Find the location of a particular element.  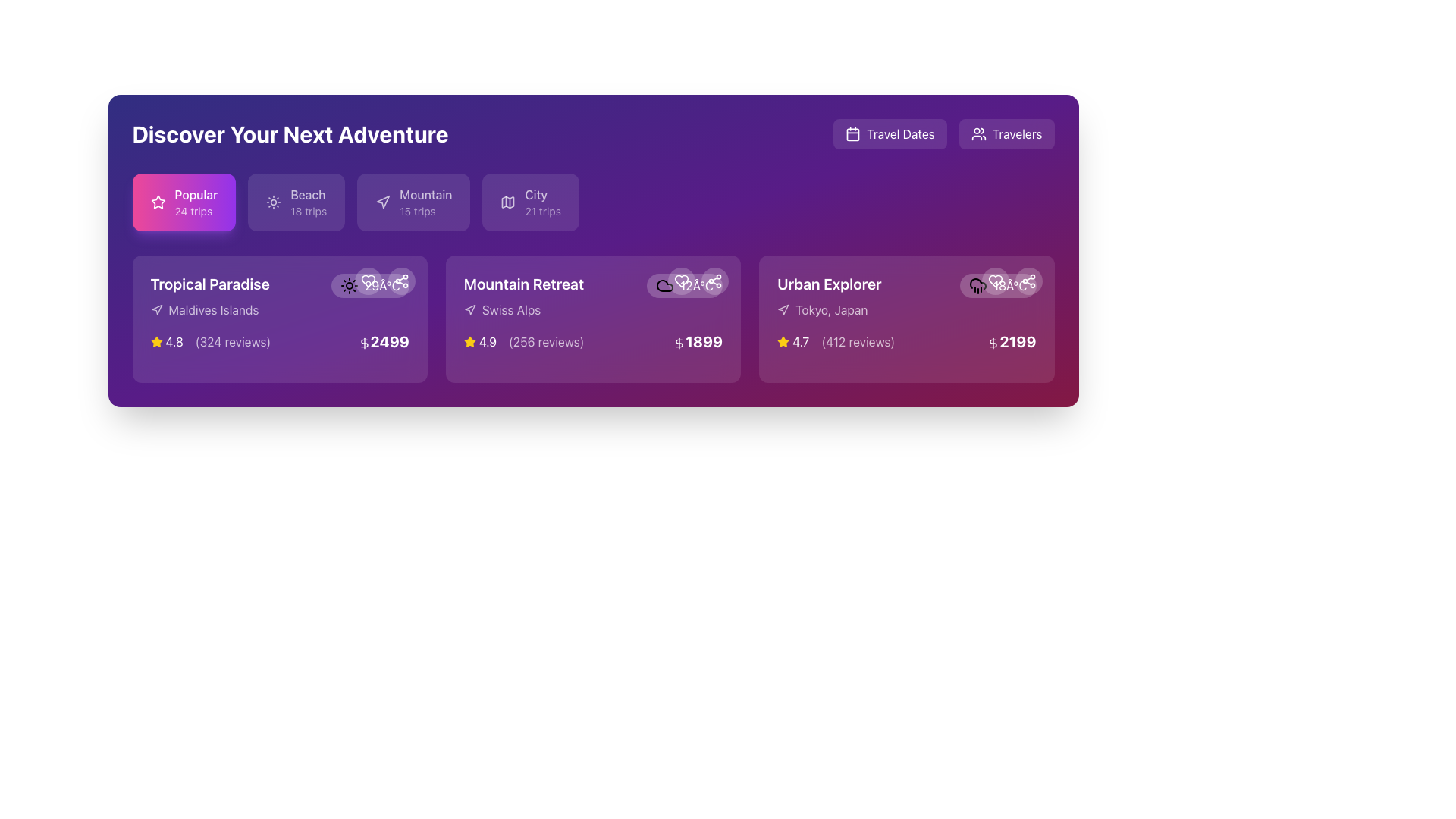

the travel dates button located at the upper-right corner of the interface, which is the first button in a horizontal group to the left of the 'Travelers' button is located at coordinates (890, 133).